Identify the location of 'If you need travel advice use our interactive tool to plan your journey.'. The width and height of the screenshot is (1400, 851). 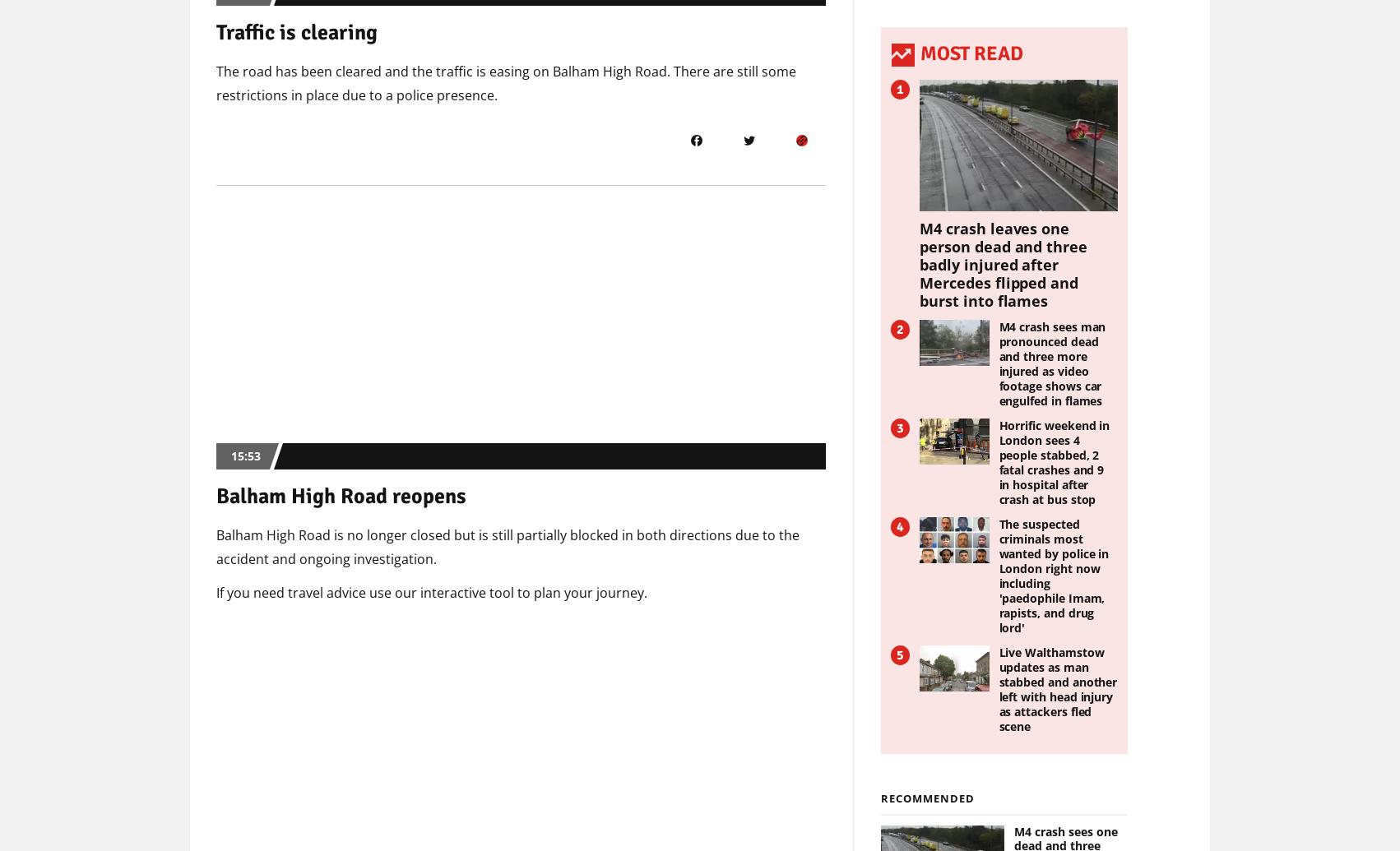
(215, 591).